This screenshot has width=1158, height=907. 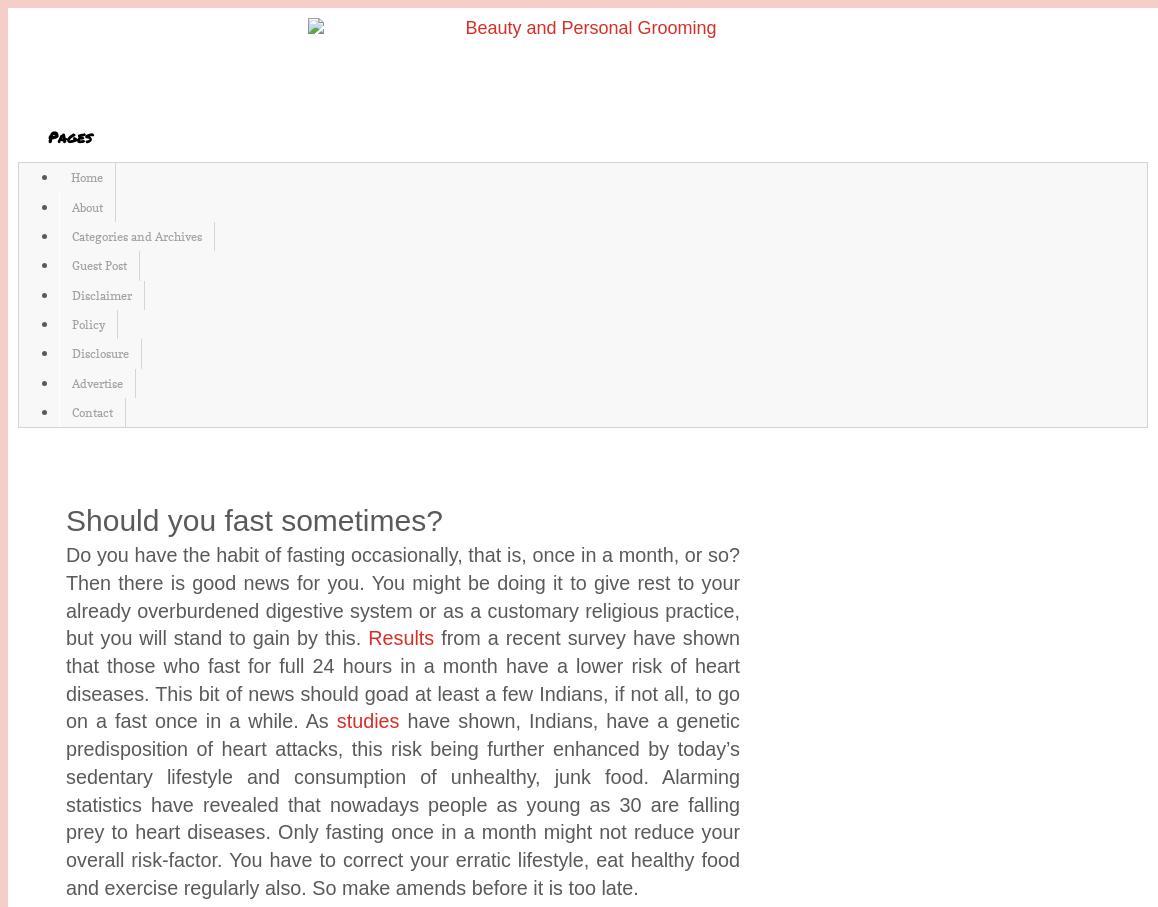 I want to click on 'Disclosure', so click(x=100, y=352).